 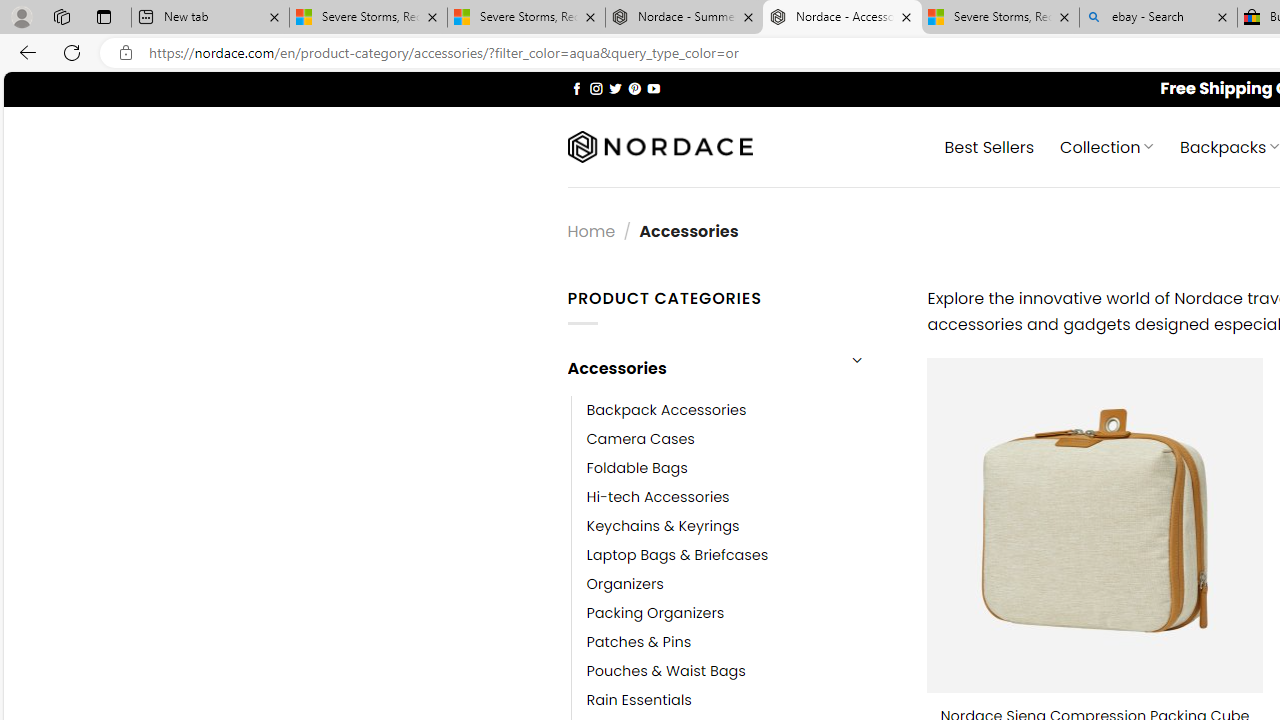 I want to click on 'Organizers', so click(x=624, y=585).